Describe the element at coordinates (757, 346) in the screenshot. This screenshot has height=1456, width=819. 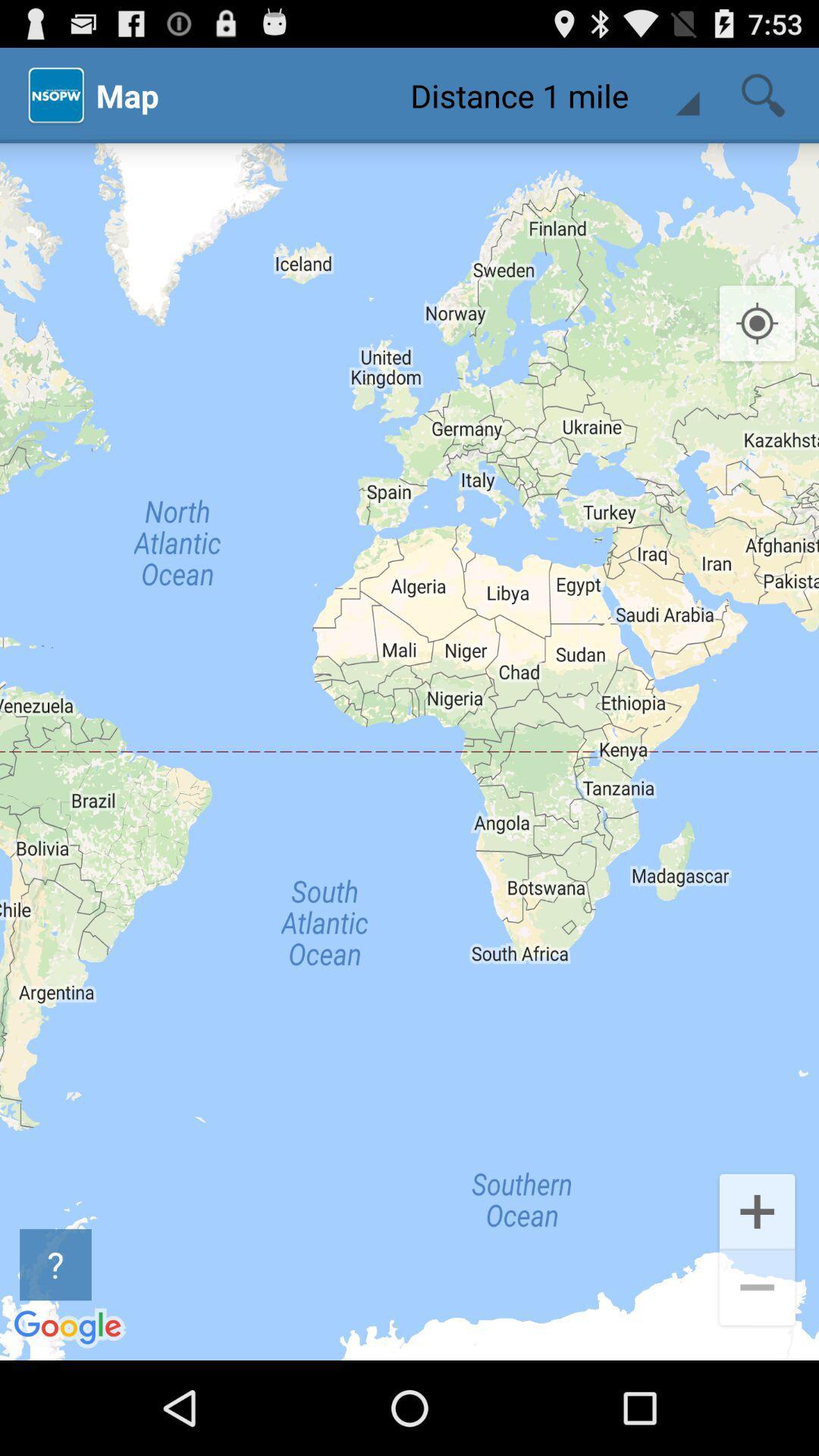
I see `the location_crosshair icon` at that location.